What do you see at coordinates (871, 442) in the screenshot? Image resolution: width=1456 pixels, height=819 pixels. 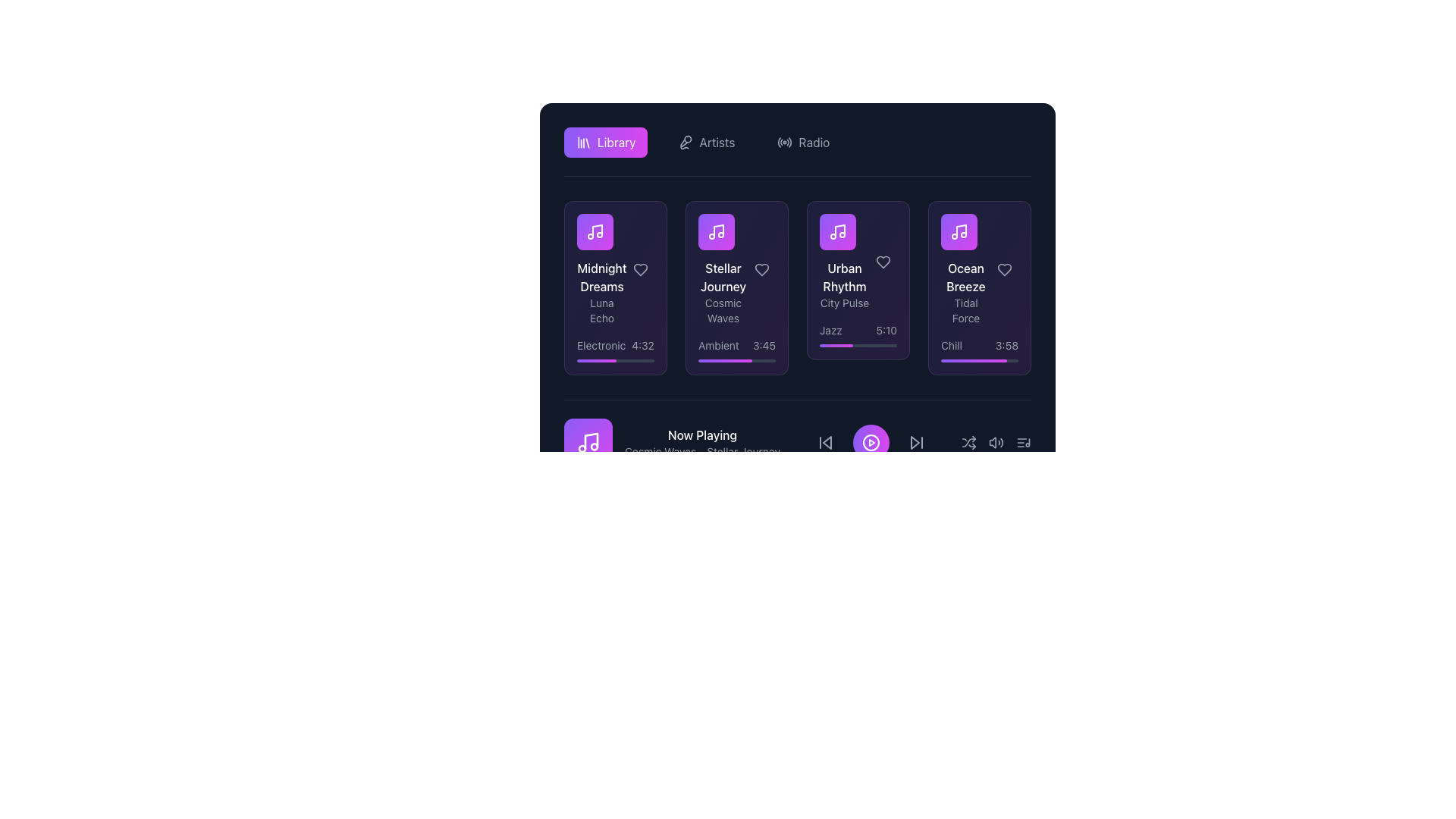 I see `the circular outline of the play button icon located in the bottom media controls bar, positioned between the rewind and fast-forward buttons` at bounding box center [871, 442].